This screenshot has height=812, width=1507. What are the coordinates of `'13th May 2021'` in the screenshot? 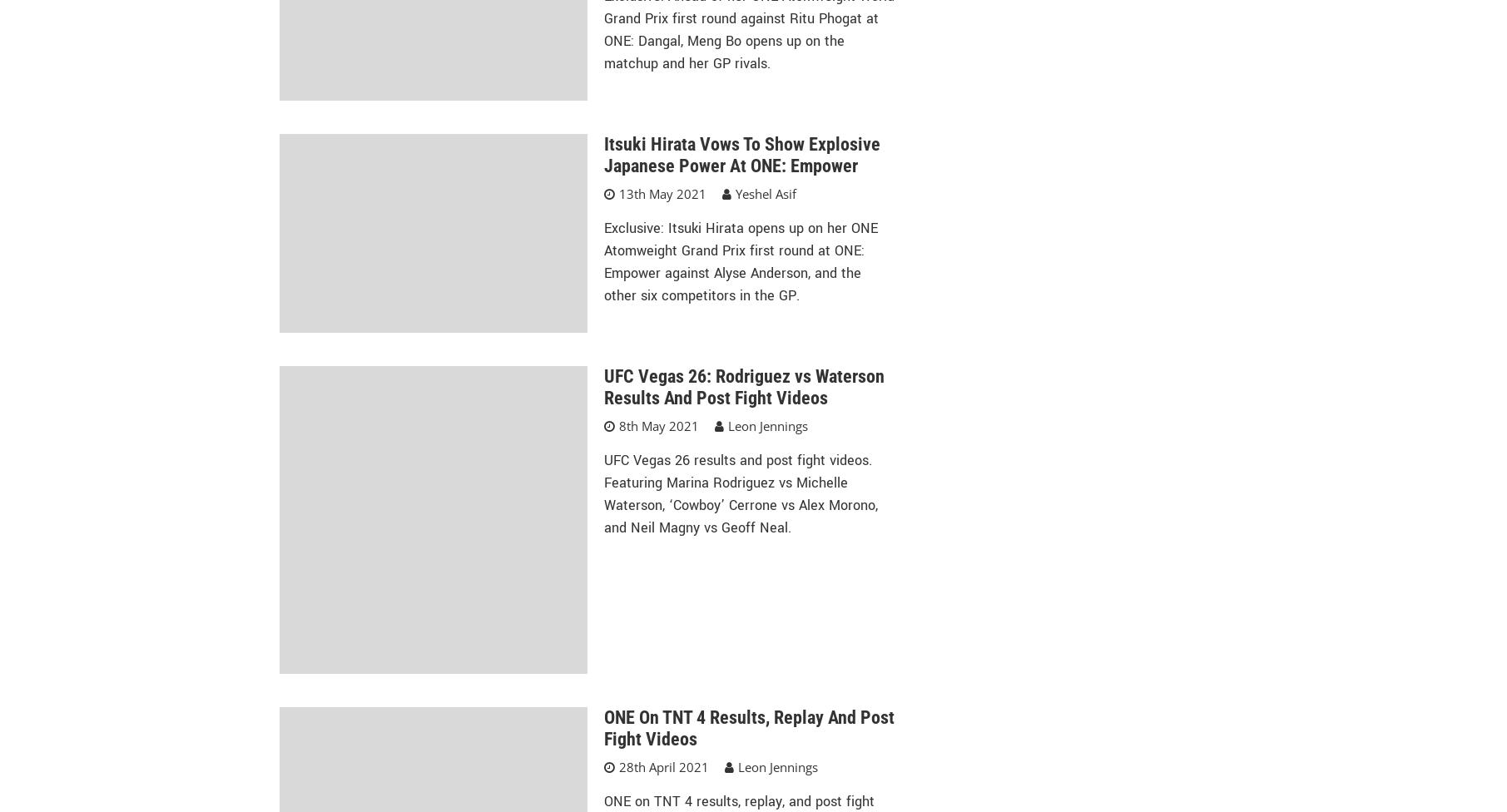 It's located at (661, 191).